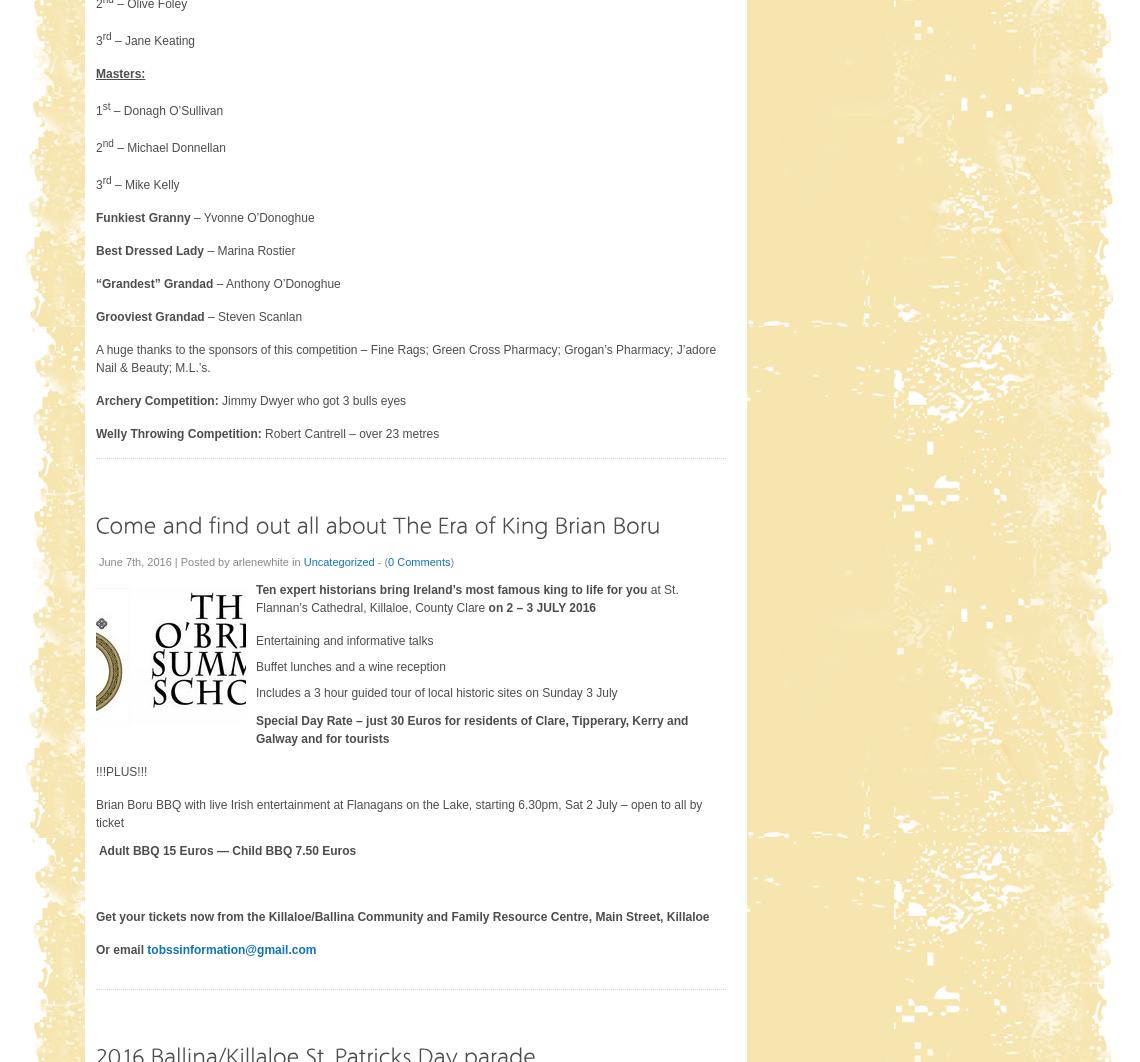 This screenshot has height=1062, width=1140. What do you see at coordinates (466, 598) in the screenshot?
I see `'at St. Flannan’s Cathedral, Killaloe, County Clare'` at bounding box center [466, 598].